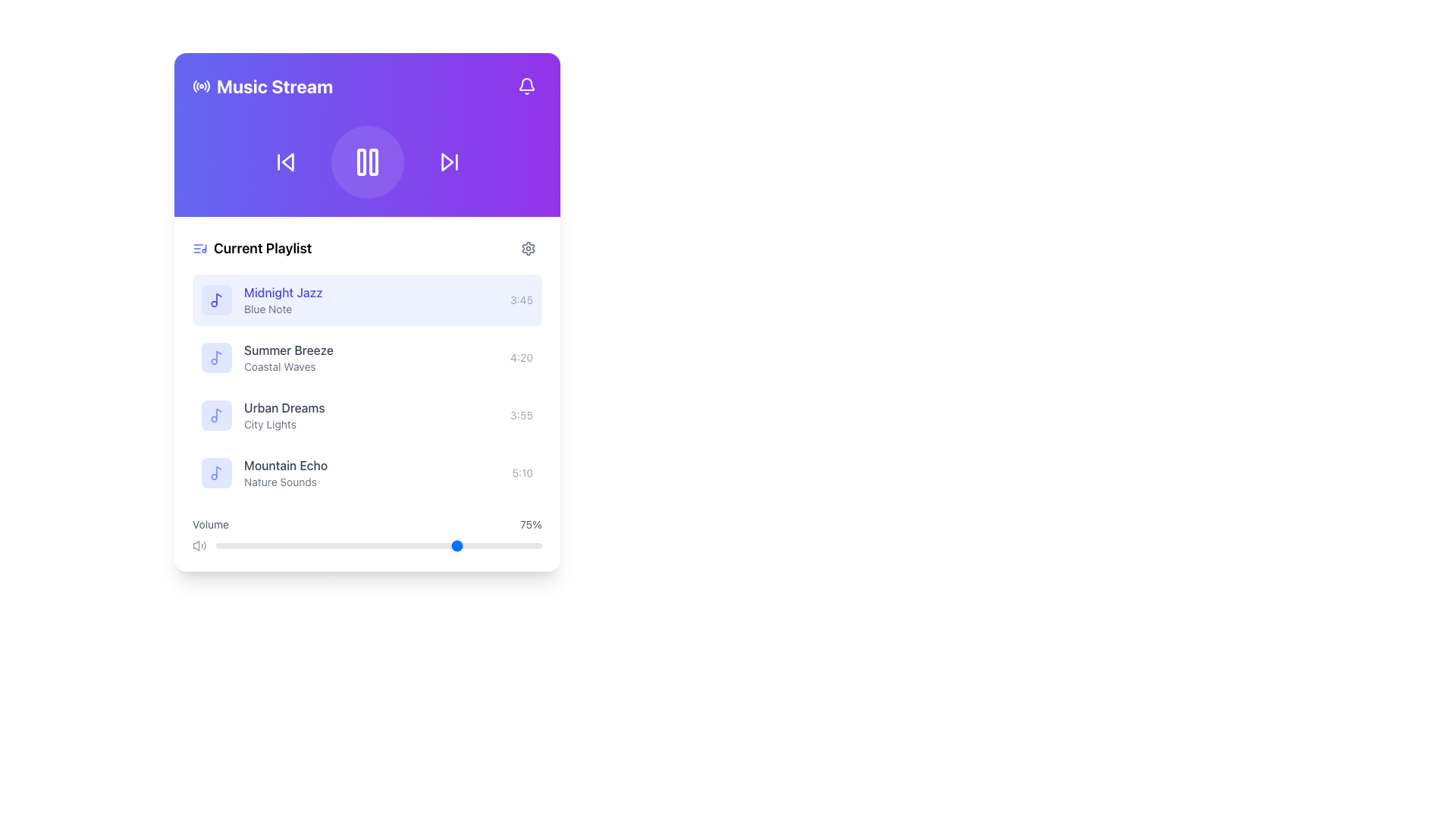  What do you see at coordinates (367, 385) in the screenshot?
I see `an item in the vertical list of the 'Current Playlist' section` at bounding box center [367, 385].